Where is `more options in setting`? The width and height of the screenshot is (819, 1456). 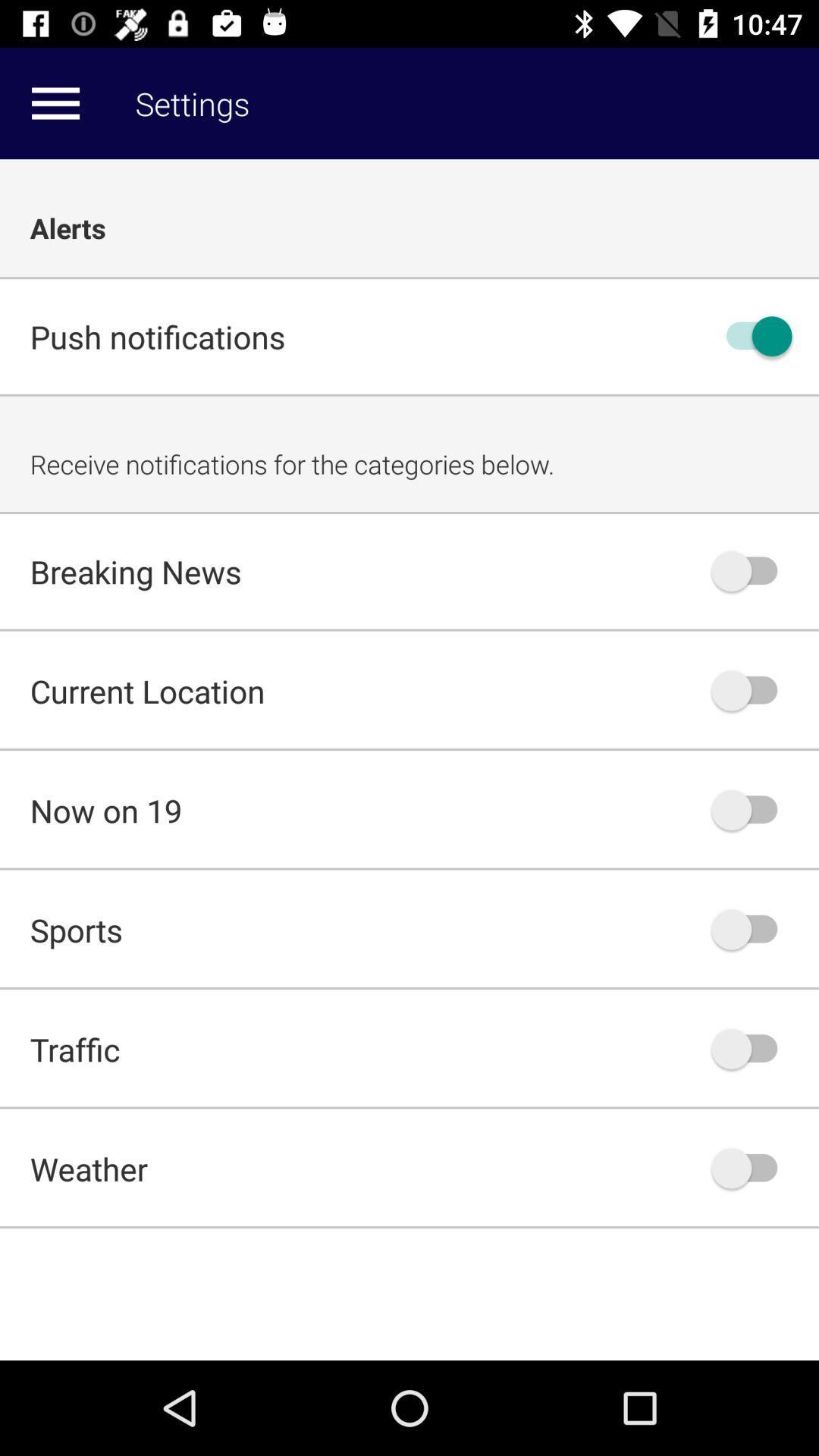
more options in setting is located at coordinates (55, 102).